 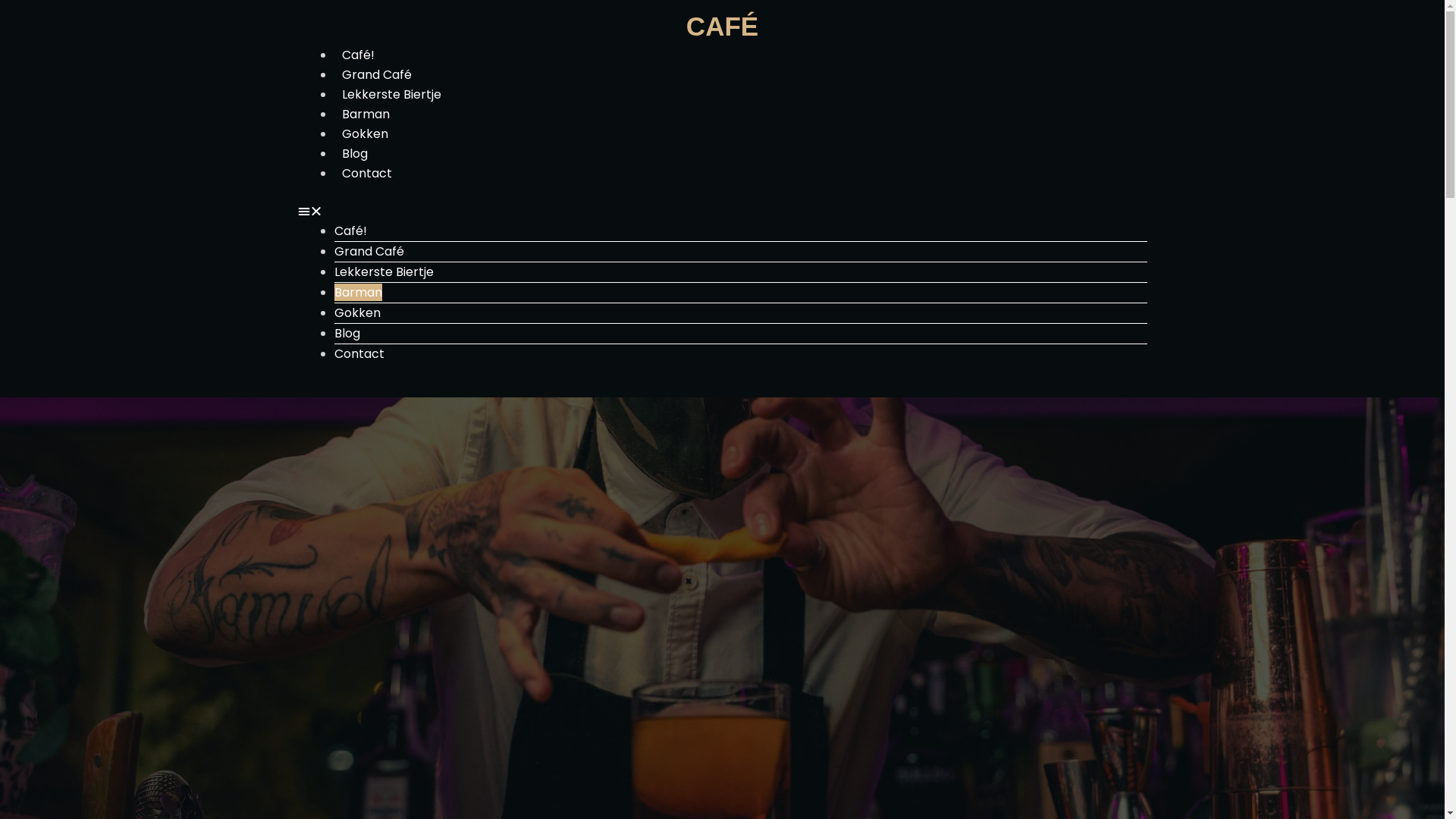 I want to click on 'Lekkerste Biertje', so click(x=383, y=271).